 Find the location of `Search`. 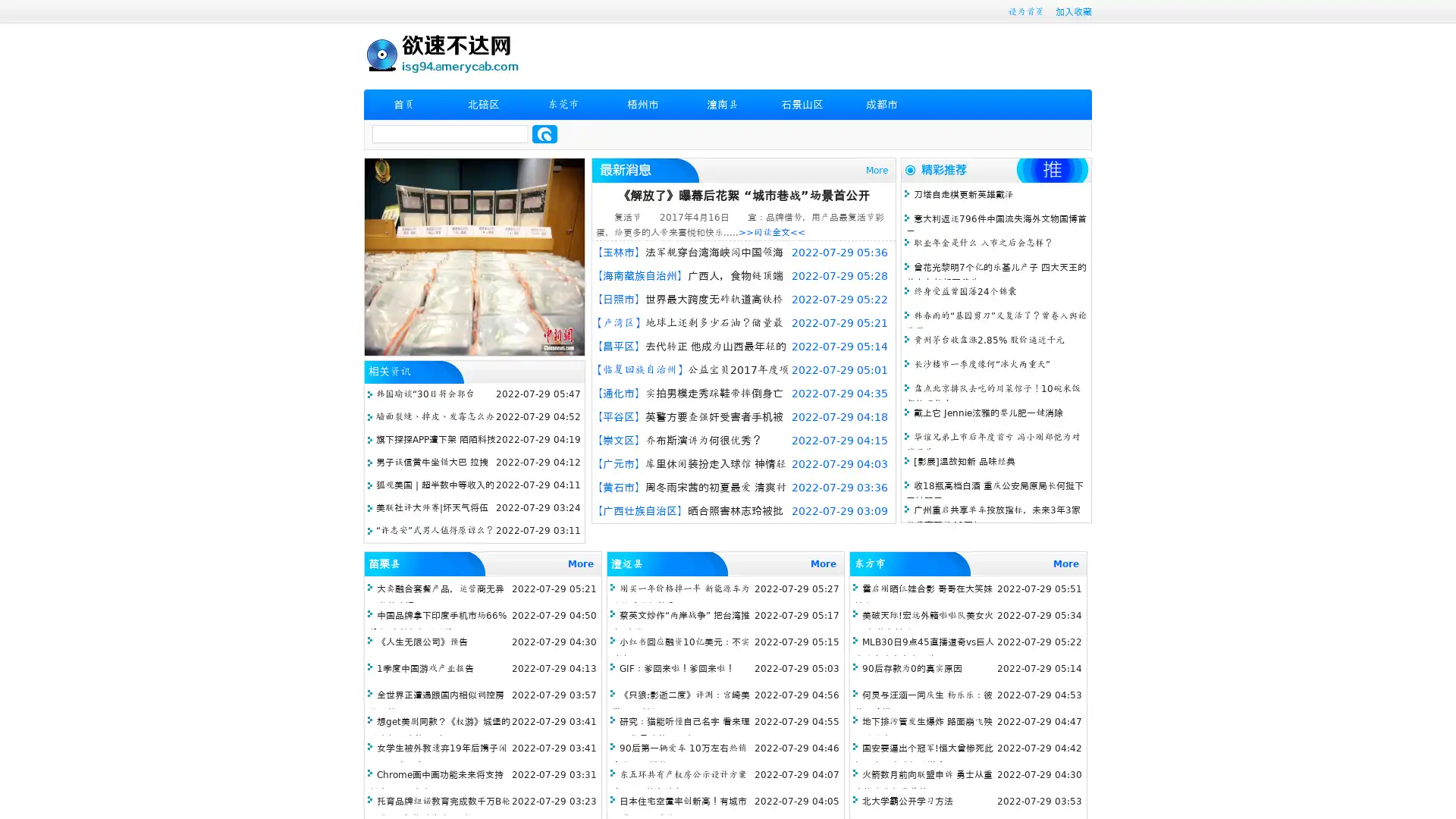

Search is located at coordinates (544, 133).